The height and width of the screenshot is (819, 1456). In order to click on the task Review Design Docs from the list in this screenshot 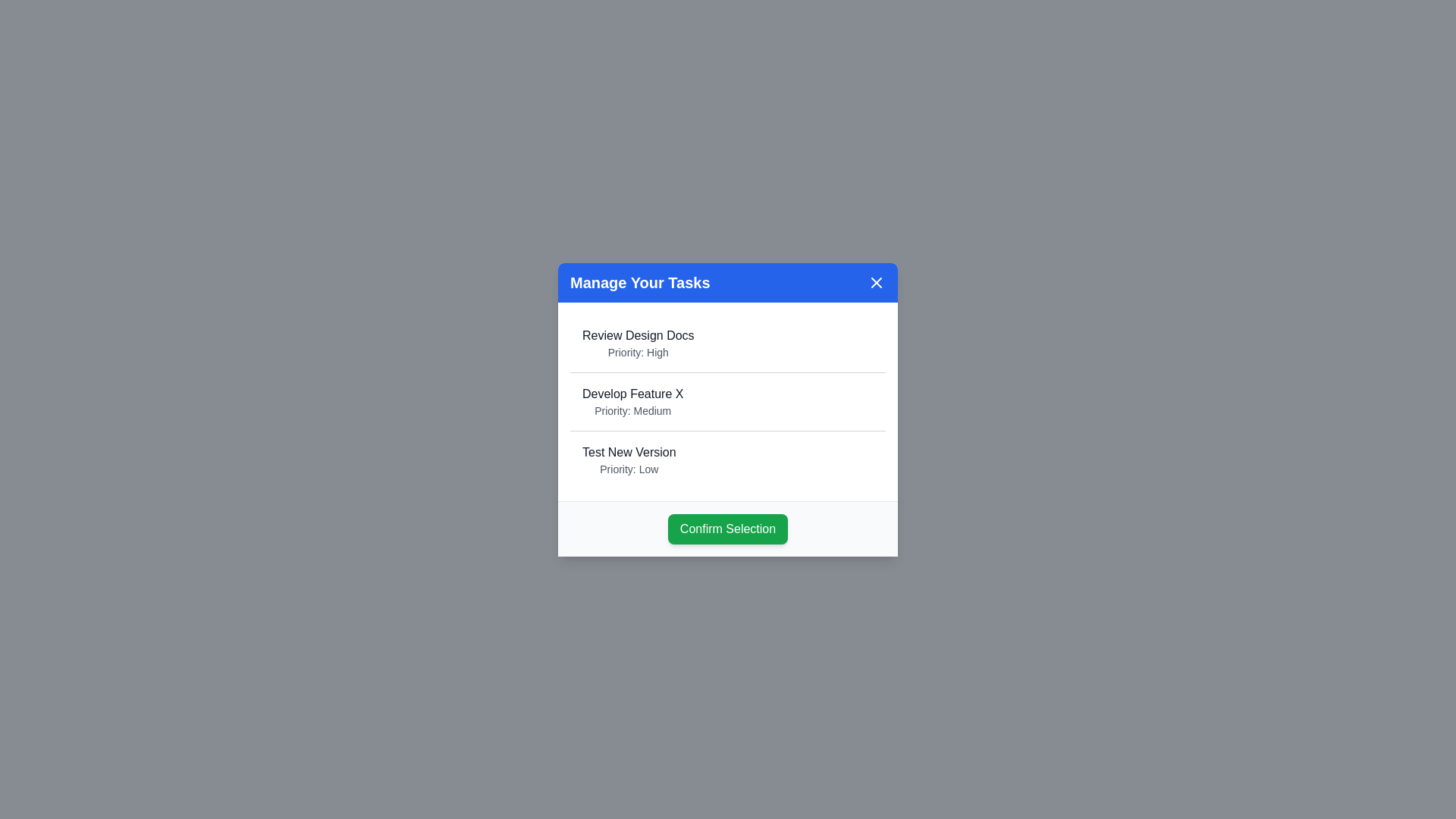, I will do `click(638, 334)`.